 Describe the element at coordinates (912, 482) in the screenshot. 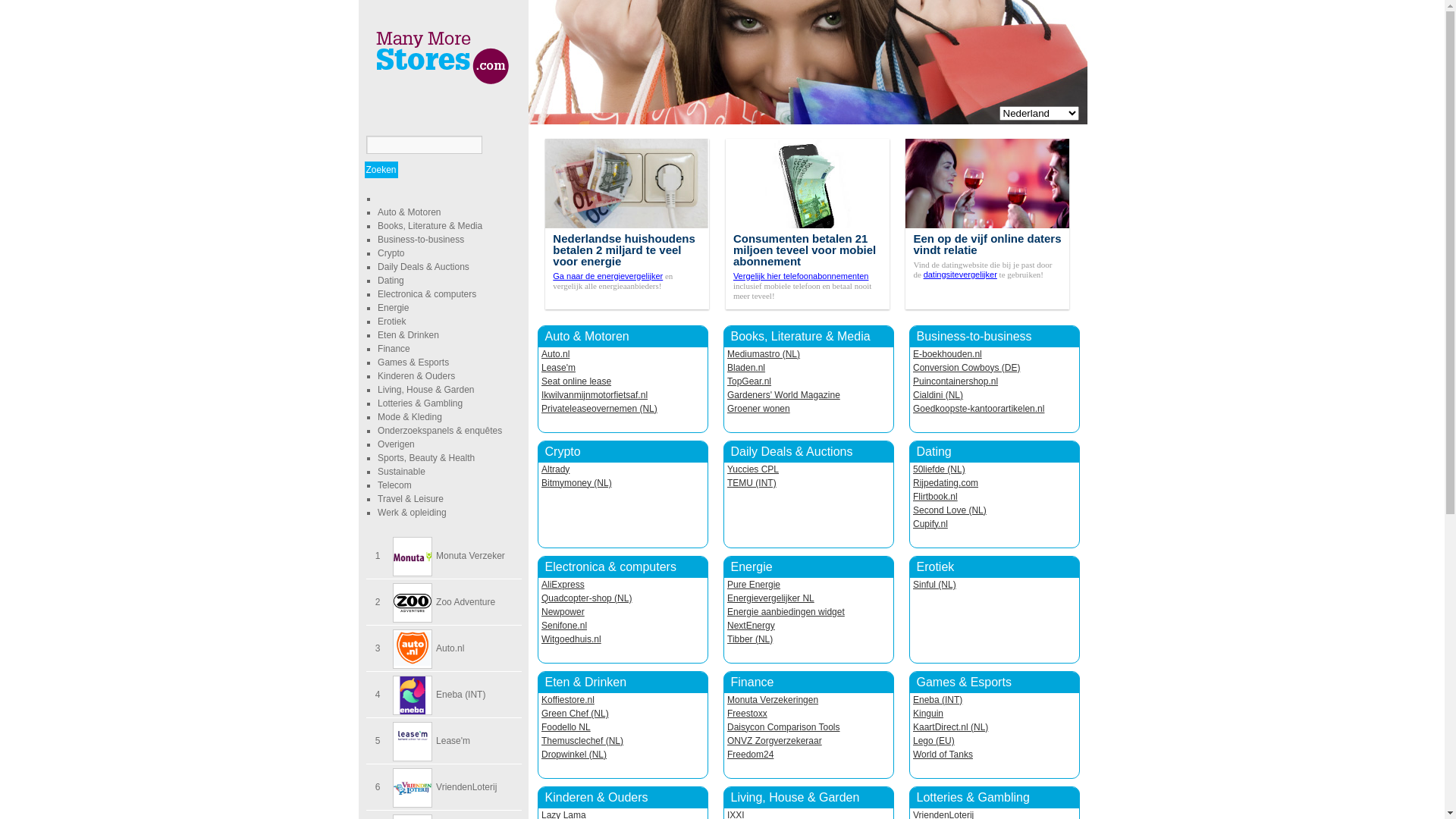

I see `'Rijpedating.com'` at that location.